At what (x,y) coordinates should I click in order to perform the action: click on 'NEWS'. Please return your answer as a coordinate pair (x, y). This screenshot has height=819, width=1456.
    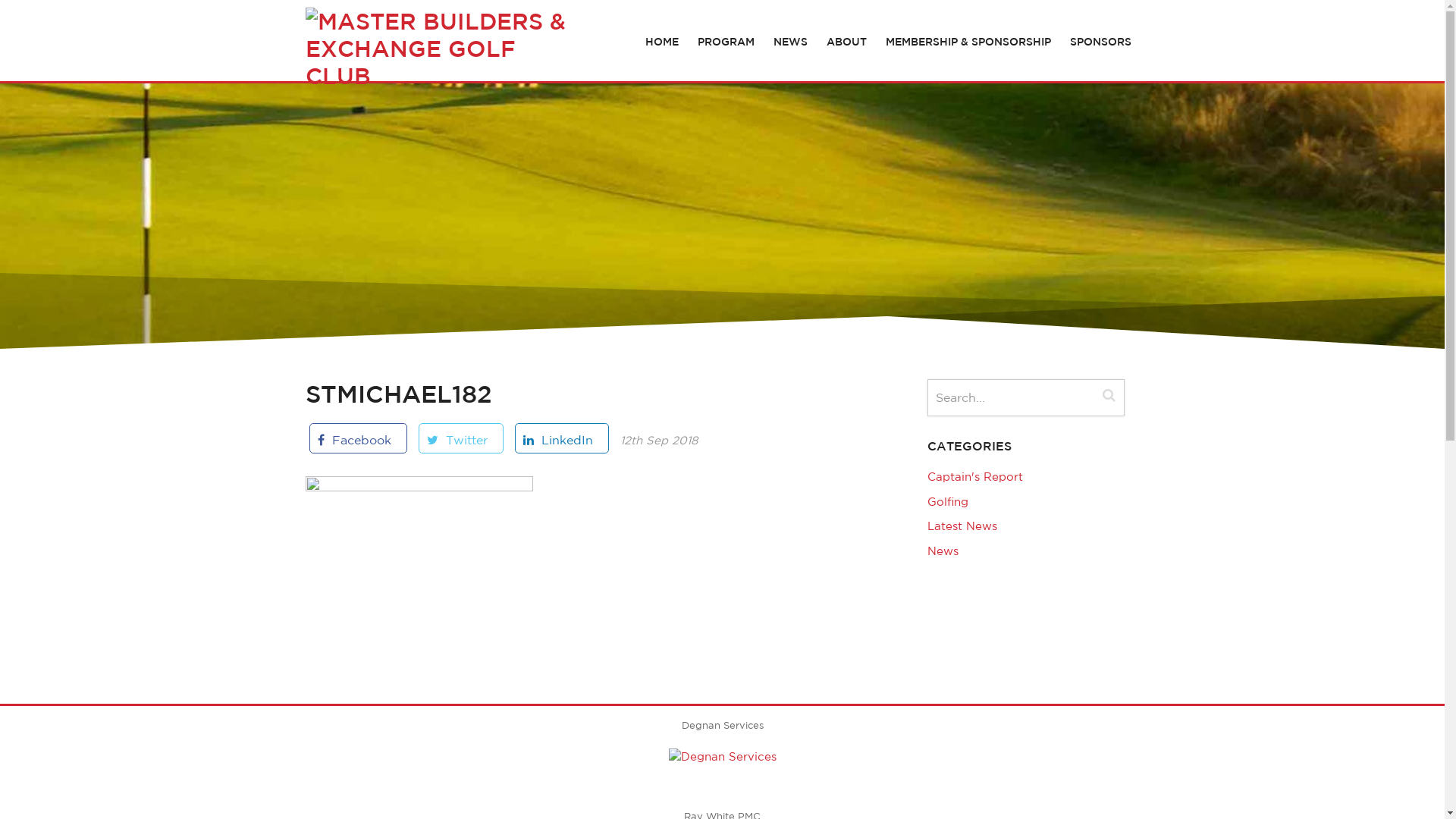
    Looking at the image, I should click on (789, 40).